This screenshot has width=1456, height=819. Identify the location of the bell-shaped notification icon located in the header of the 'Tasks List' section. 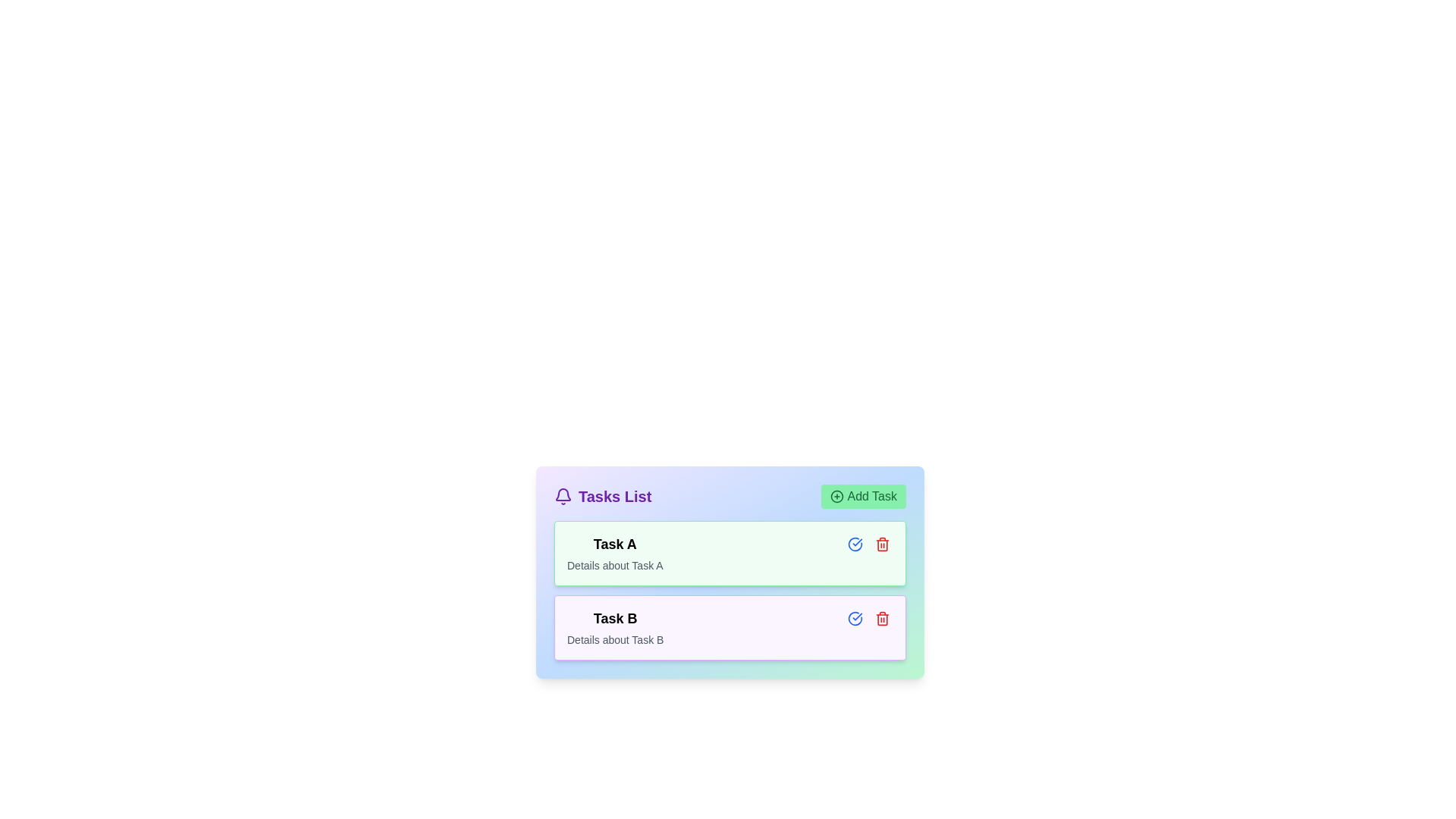
(563, 494).